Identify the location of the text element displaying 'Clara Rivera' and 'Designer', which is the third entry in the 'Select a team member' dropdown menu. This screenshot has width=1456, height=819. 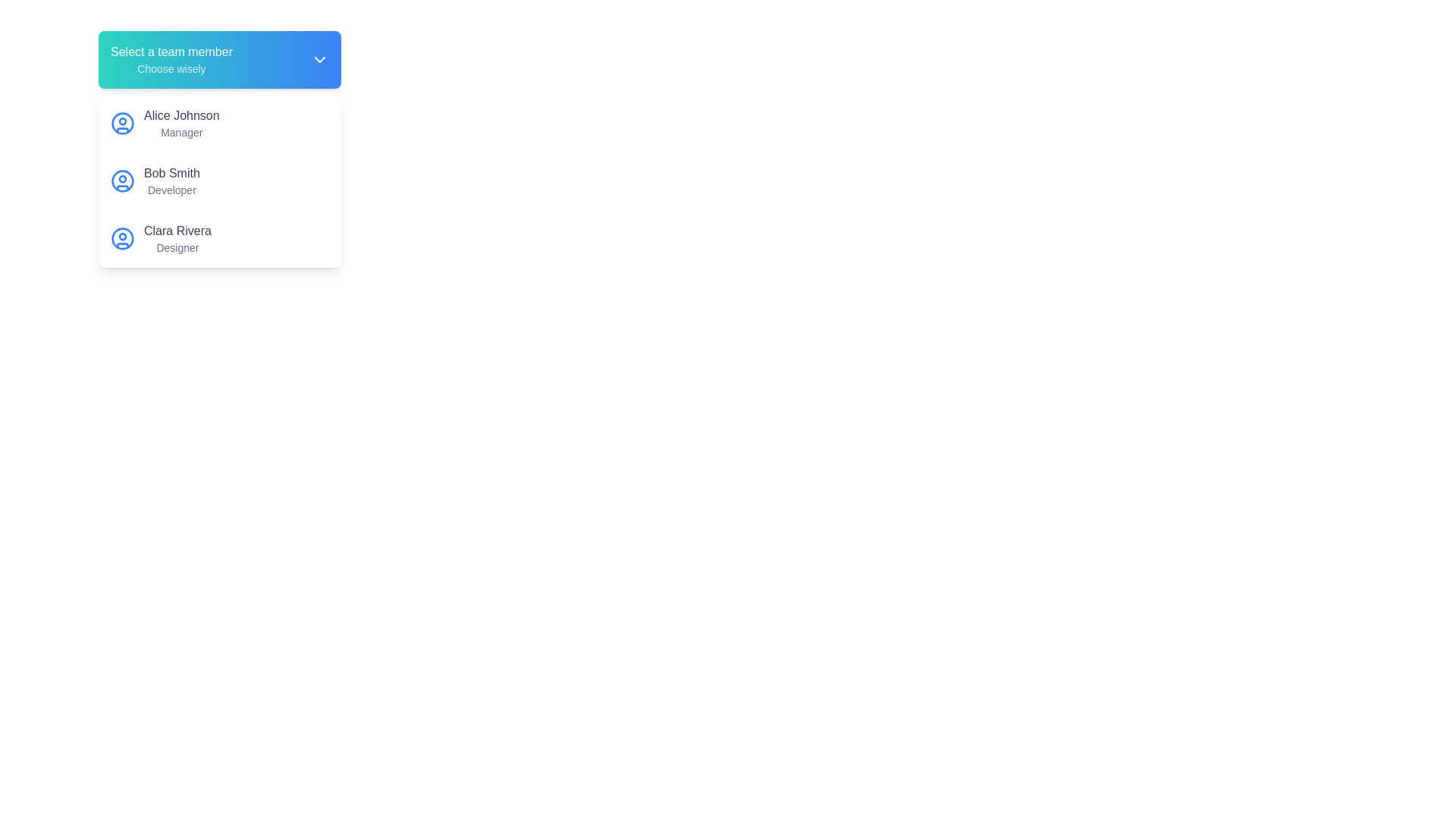
(177, 239).